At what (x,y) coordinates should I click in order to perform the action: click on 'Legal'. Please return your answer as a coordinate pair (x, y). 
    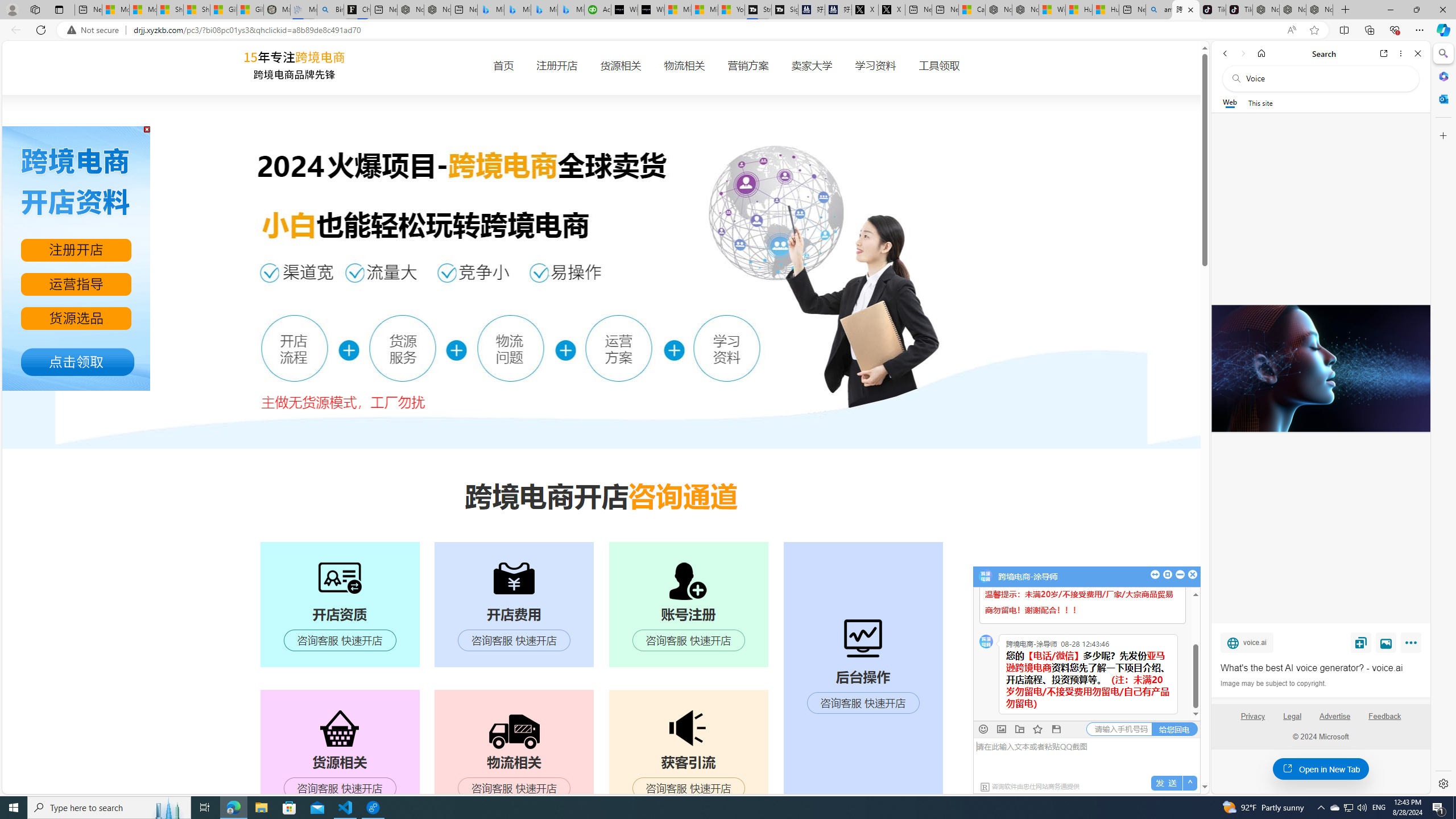
    Looking at the image, I should click on (1292, 716).